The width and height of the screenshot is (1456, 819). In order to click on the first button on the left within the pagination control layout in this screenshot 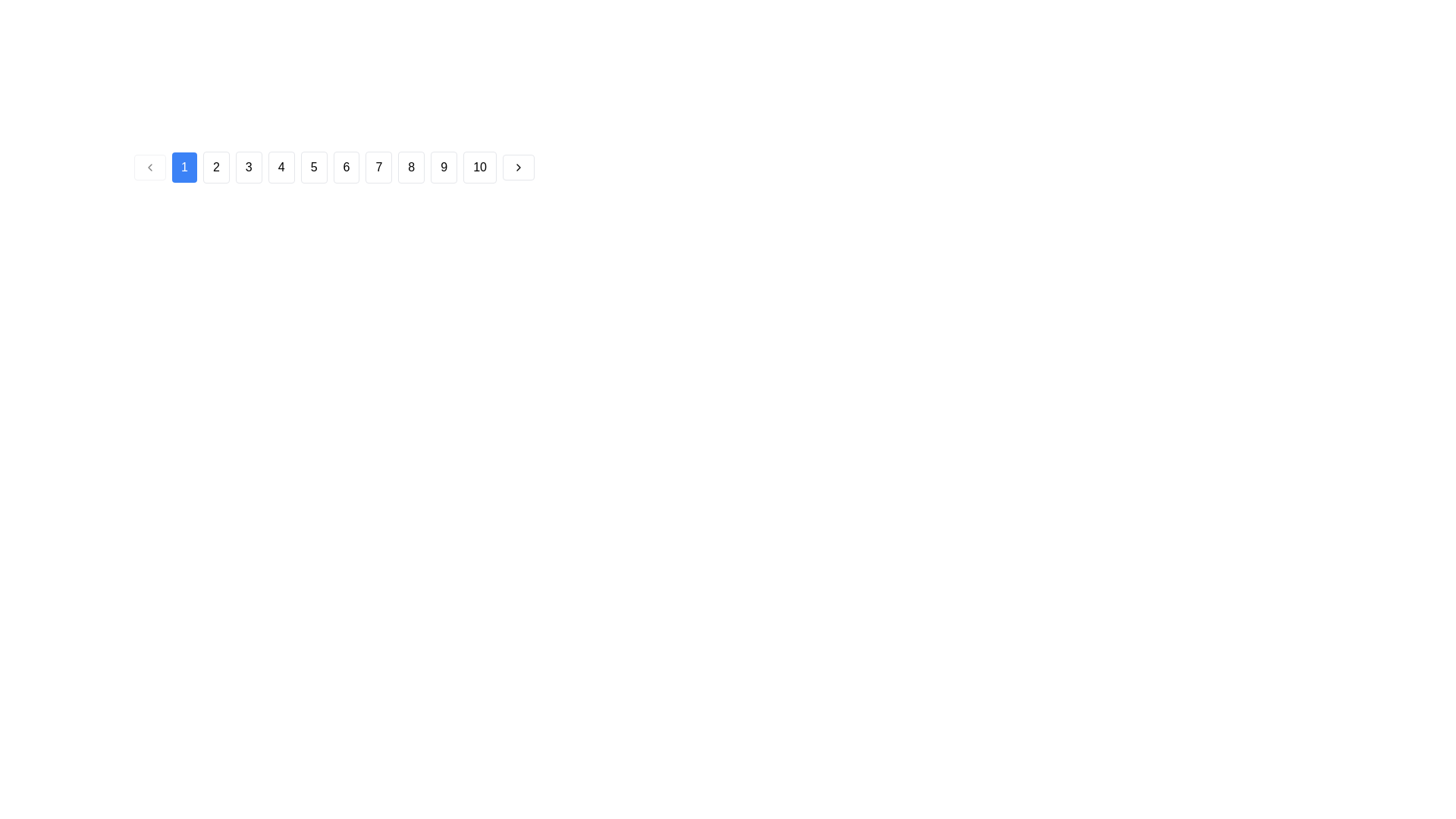, I will do `click(149, 167)`.